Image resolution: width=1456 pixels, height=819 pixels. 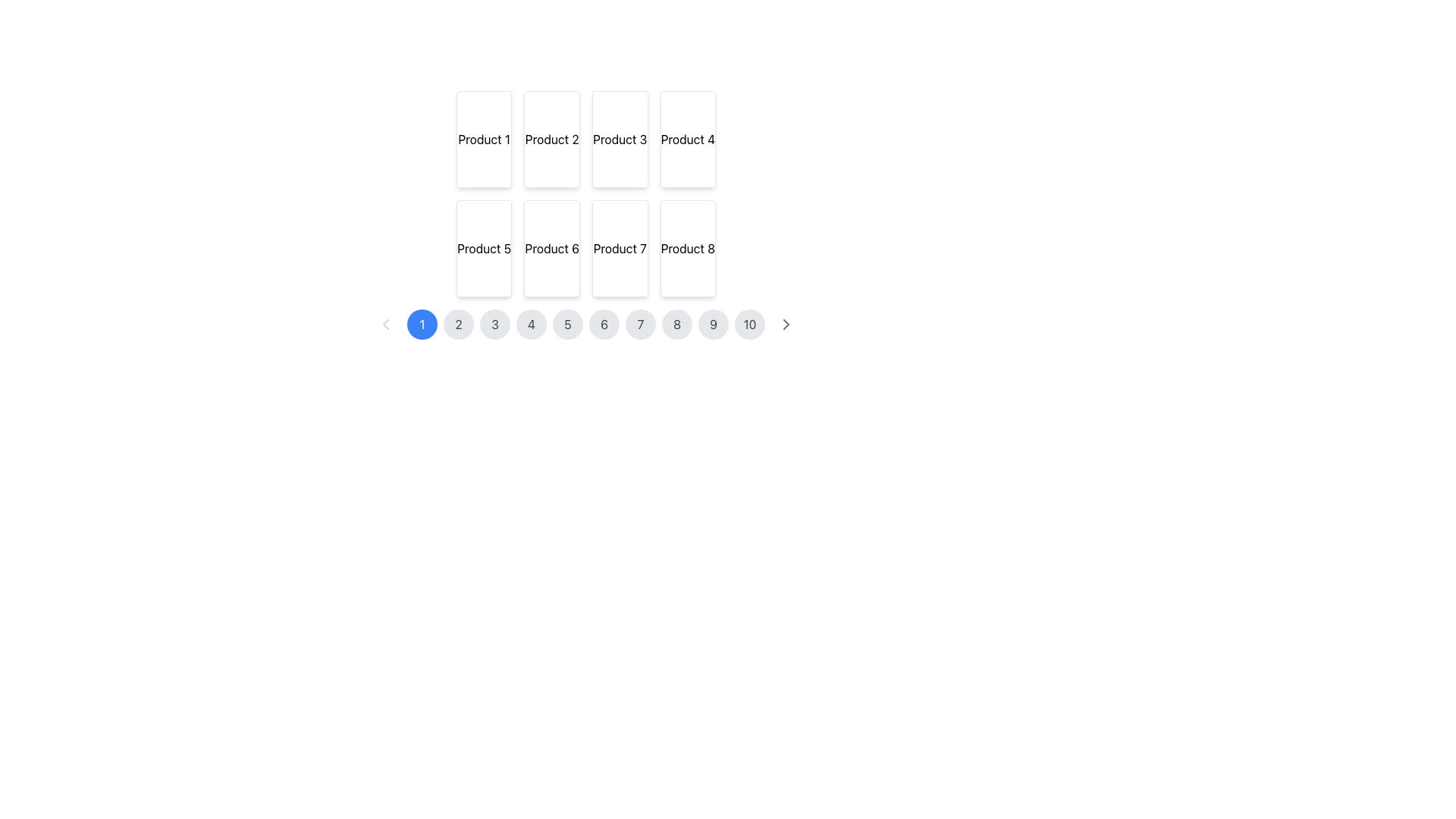 I want to click on the circular button labeled '10' with a light gray background and dark gray text, so click(x=749, y=324).